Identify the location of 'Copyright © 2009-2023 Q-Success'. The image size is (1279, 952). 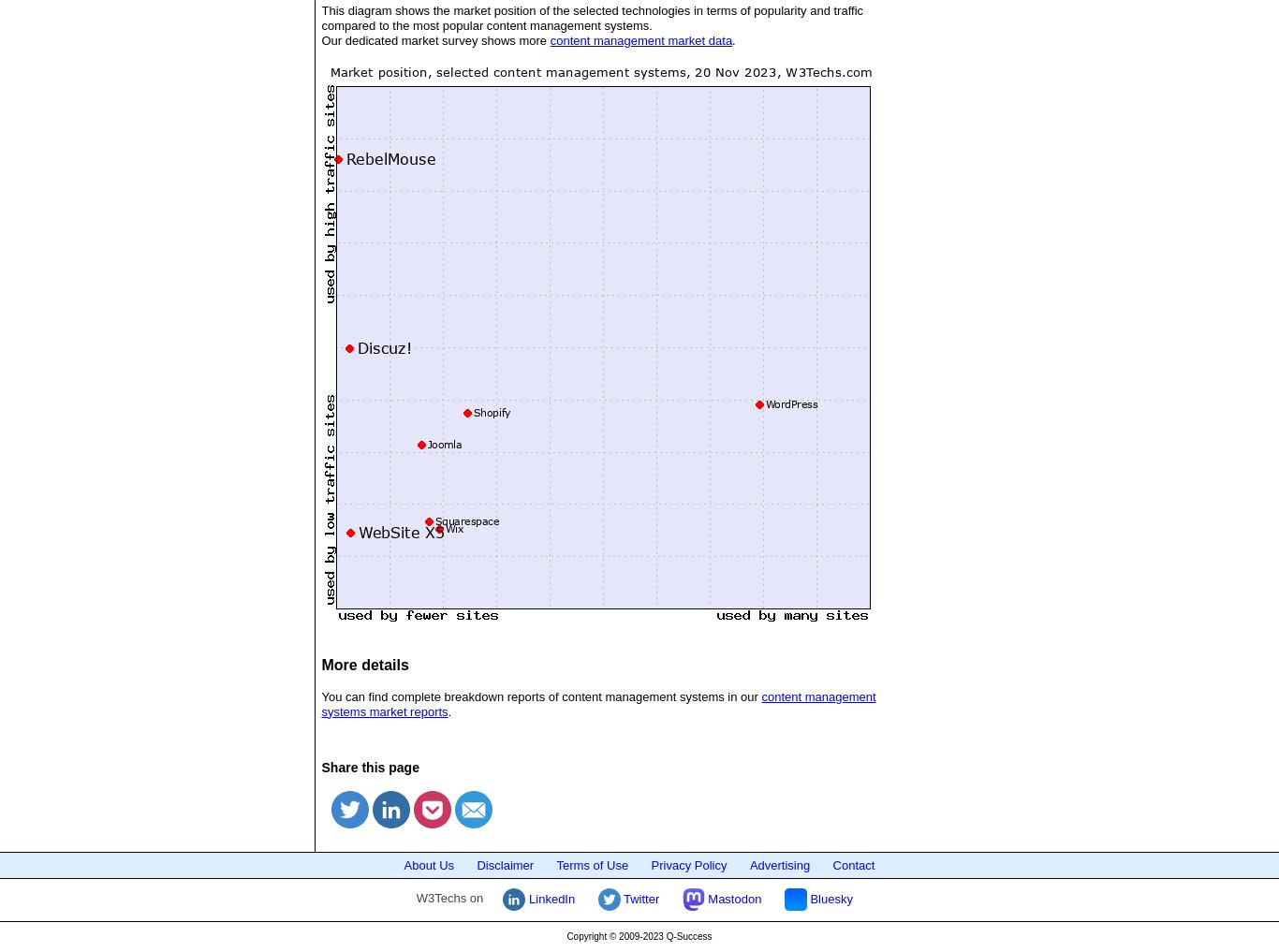
(638, 935).